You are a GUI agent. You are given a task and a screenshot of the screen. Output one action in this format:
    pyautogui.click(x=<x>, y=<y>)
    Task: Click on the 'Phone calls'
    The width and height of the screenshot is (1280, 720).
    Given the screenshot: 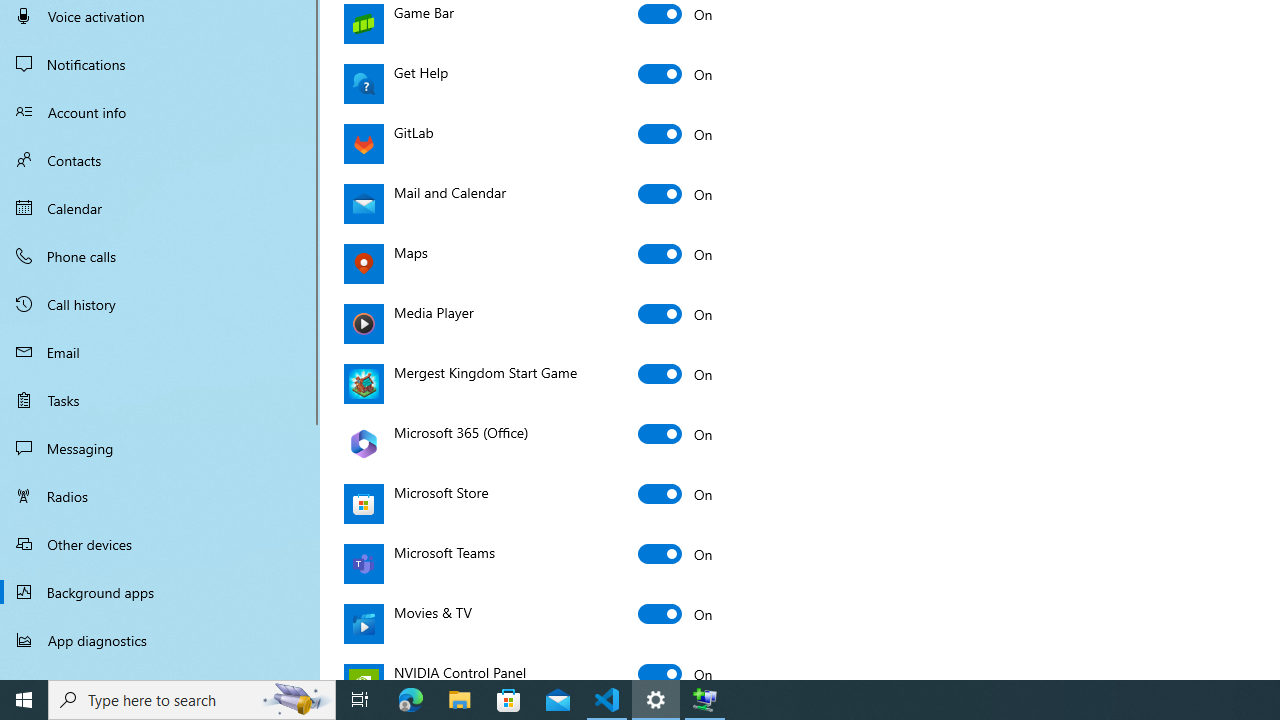 What is the action you would take?
    pyautogui.click(x=160, y=254)
    